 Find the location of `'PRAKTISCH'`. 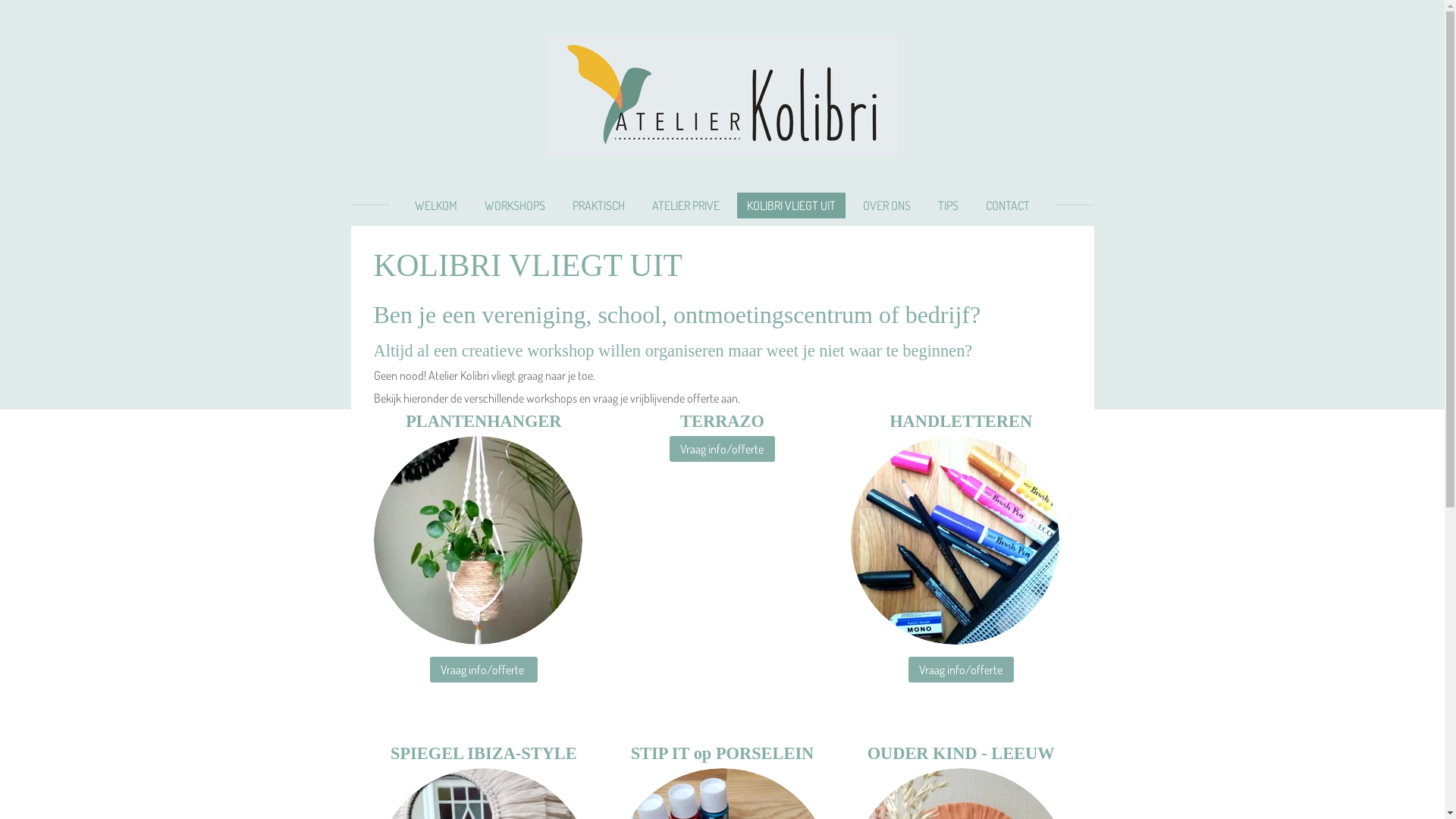

'PRAKTISCH' is located at coordinates (598, 205).